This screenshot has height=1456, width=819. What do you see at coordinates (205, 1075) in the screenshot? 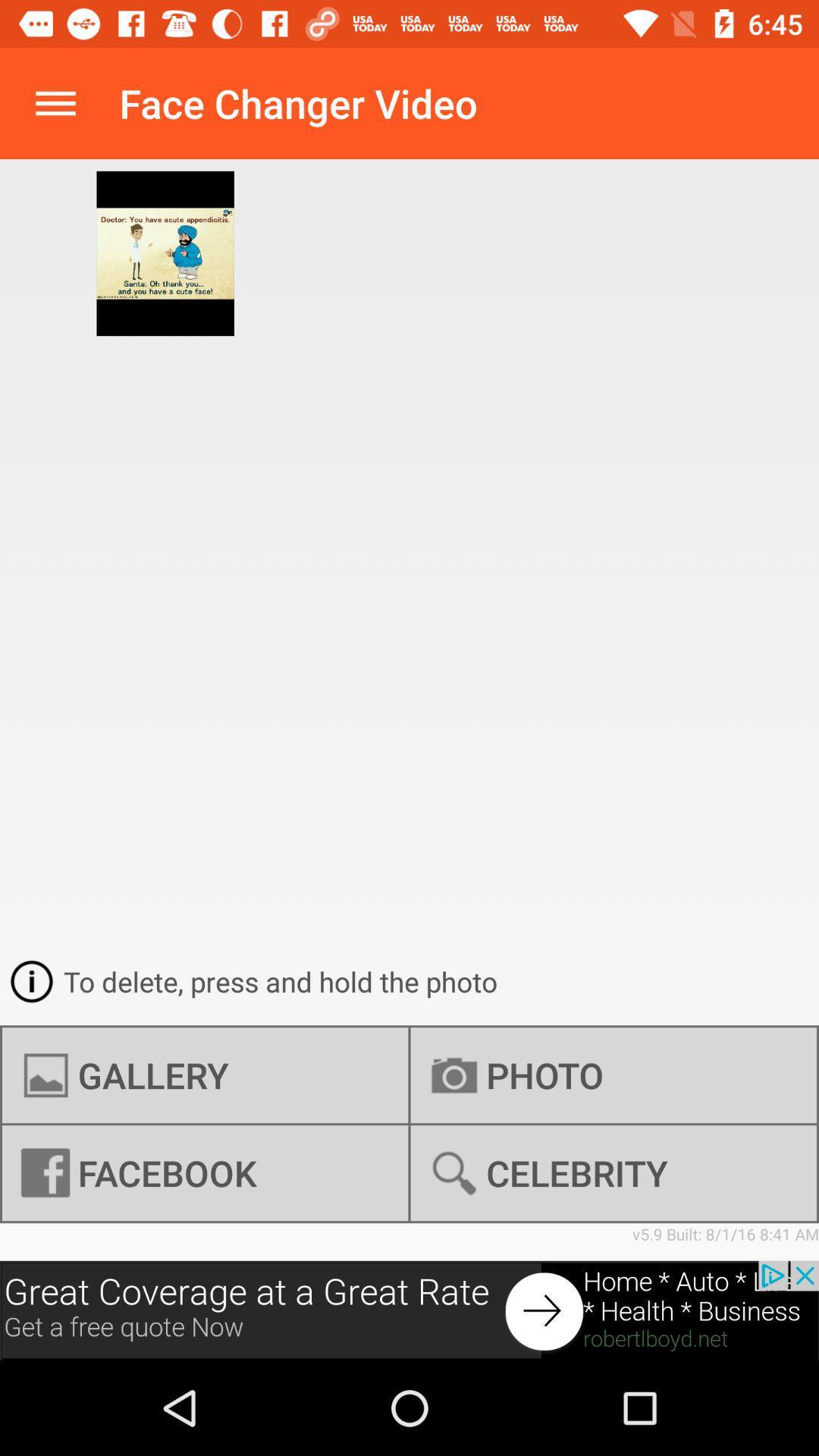
I see `the item next to the photo icon` at bounding box center [205, 1075].